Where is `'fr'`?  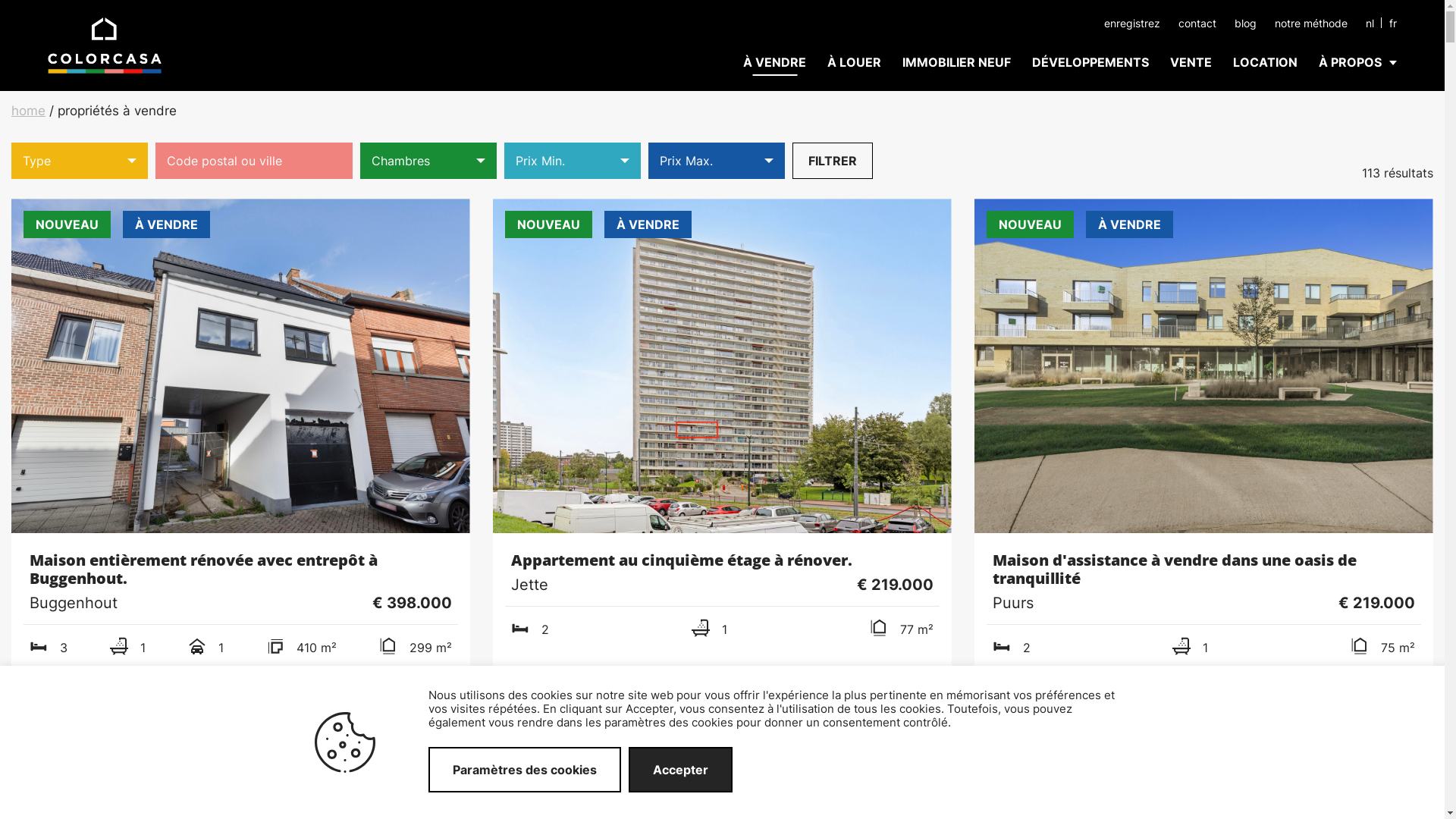 'fr' is located at coordinates (1389, 23).